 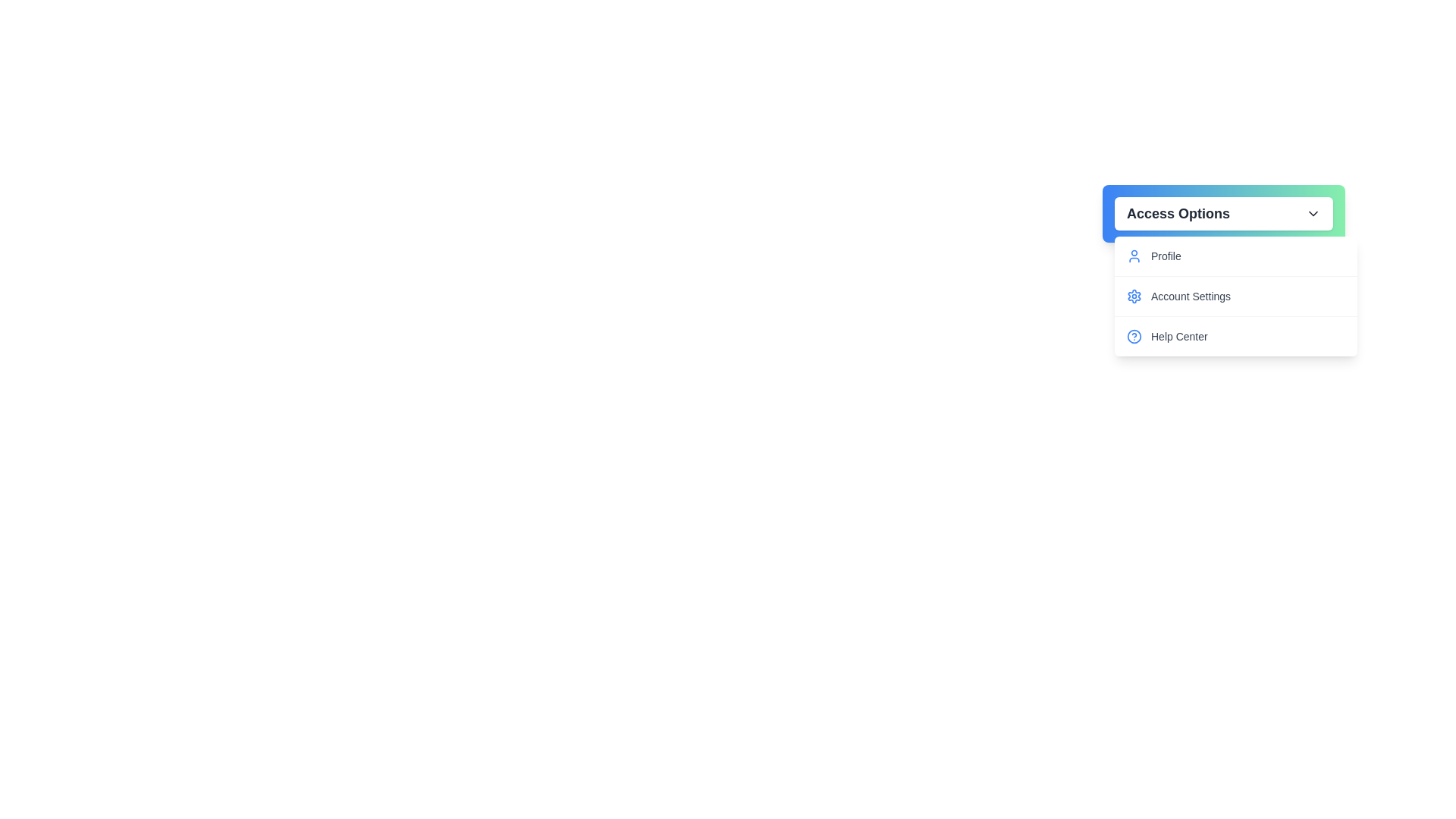 What do you see at coordinates (1134, 335) in the screenshot?
I see `the decorative Circular icon element that complements the 'Help Center' option in the options drop-down menu, located under the 'Access Options' button` at bounding box center [1134, 335].